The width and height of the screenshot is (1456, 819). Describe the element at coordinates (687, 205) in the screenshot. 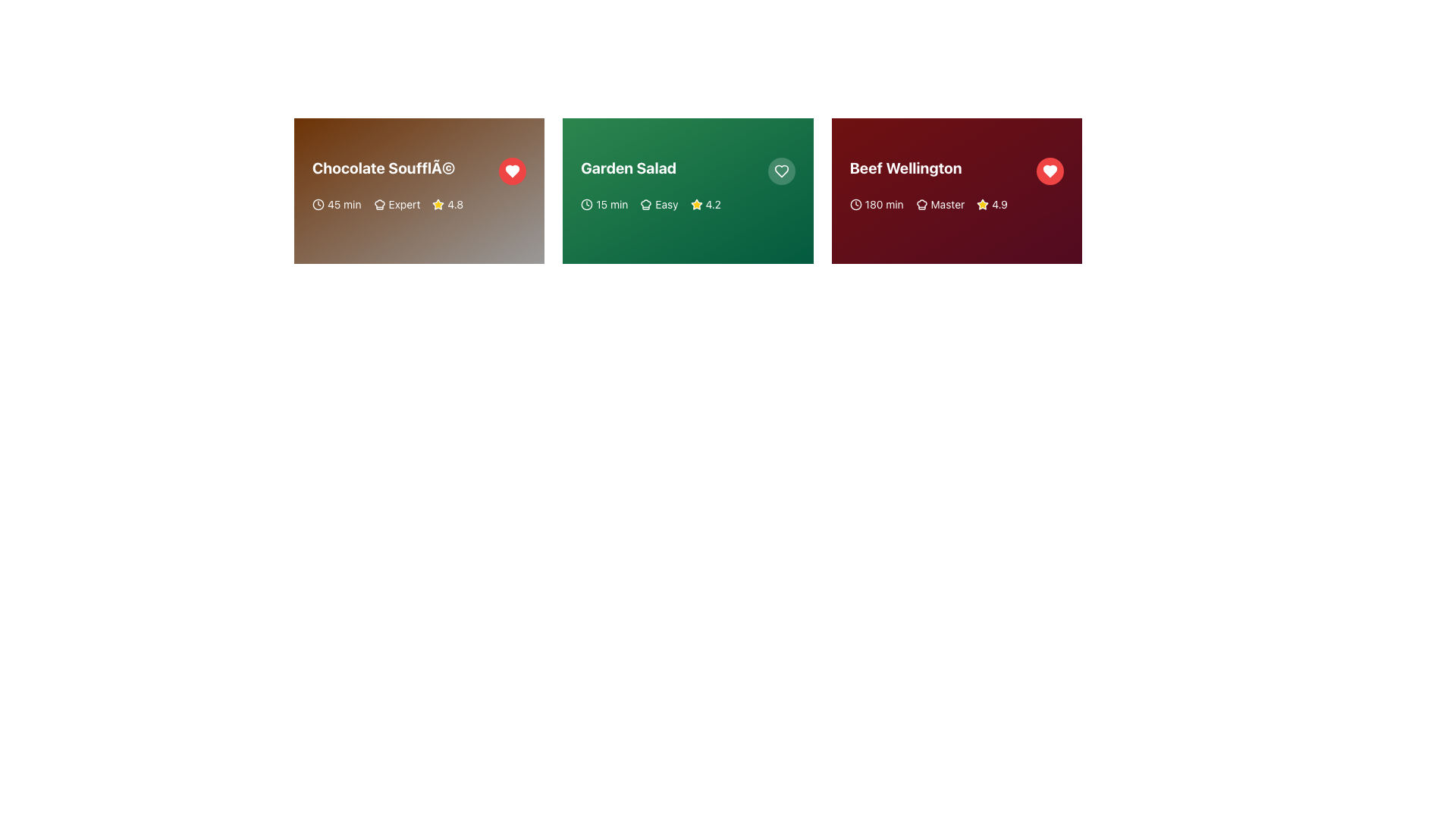

I see `informational text containing preparation time, difficulty level, and user rating for the 'Garden Salad' recipe, located at the bottom of the green card` at that location.